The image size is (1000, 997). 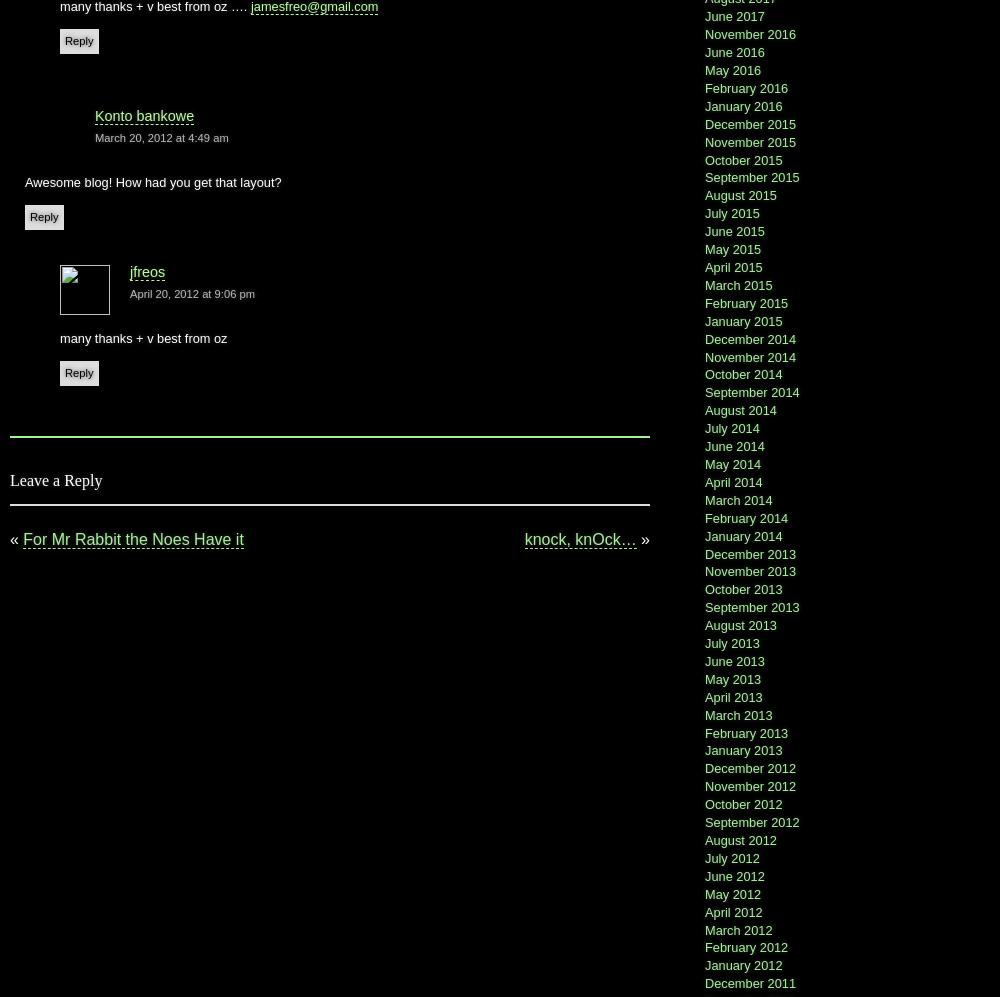 What do you see at coordinates (704, 140) in the screenshot?
I see `'November 2015'` at bounding box center [704, 140].